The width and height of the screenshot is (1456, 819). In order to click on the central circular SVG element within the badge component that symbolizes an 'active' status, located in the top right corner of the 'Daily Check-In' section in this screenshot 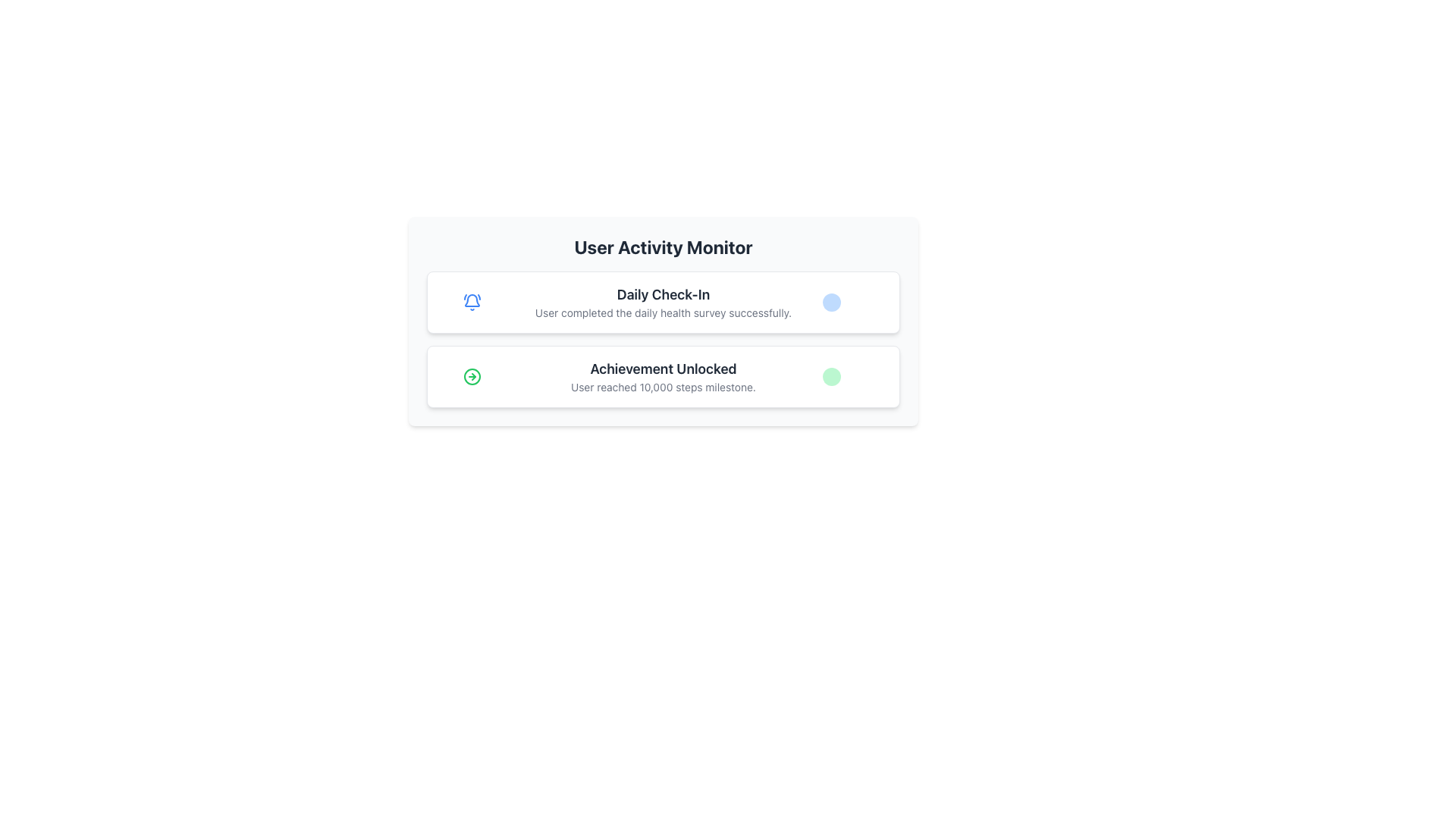, I will do `click(839, 305)`.